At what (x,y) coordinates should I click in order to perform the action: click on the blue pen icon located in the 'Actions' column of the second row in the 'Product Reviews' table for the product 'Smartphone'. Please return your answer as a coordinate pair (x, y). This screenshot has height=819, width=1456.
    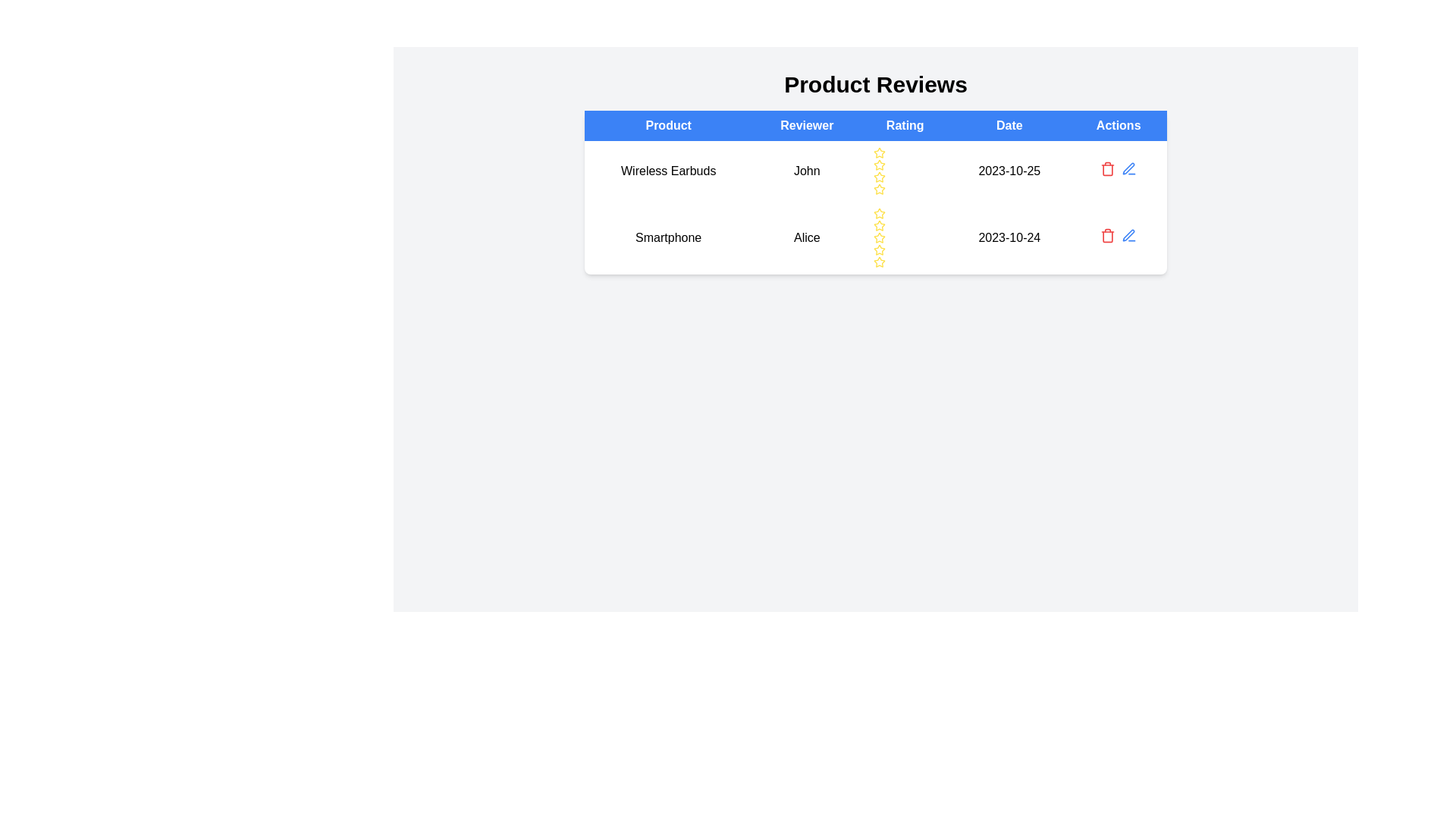
    Looking at the image, I should click on (1128, 168).